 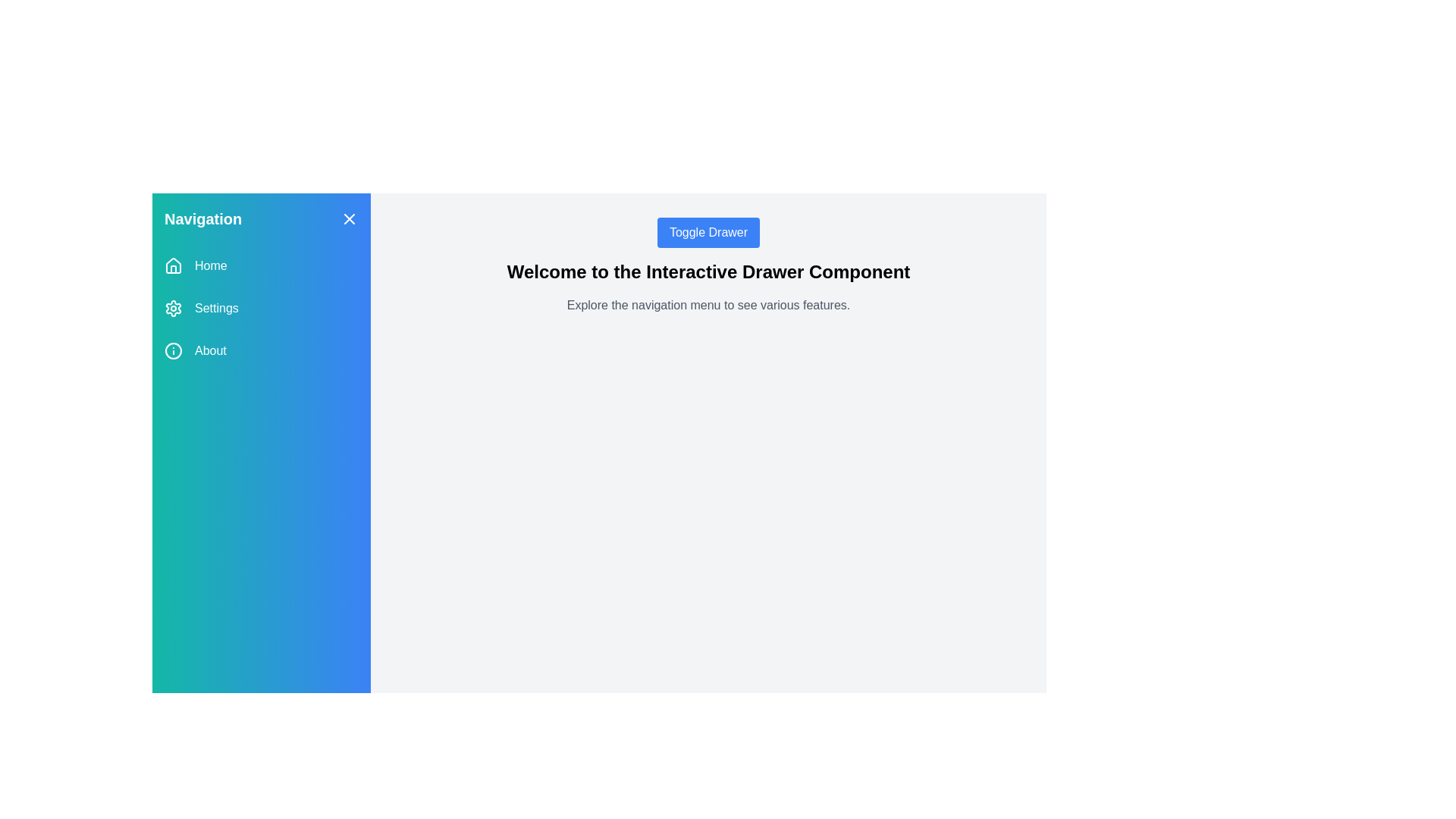 What do you see at coordinates (262, 308) in the screenshot?
I see `the navigation item Settings to navigate to the corresponding section` at bounding box center [262, 308].